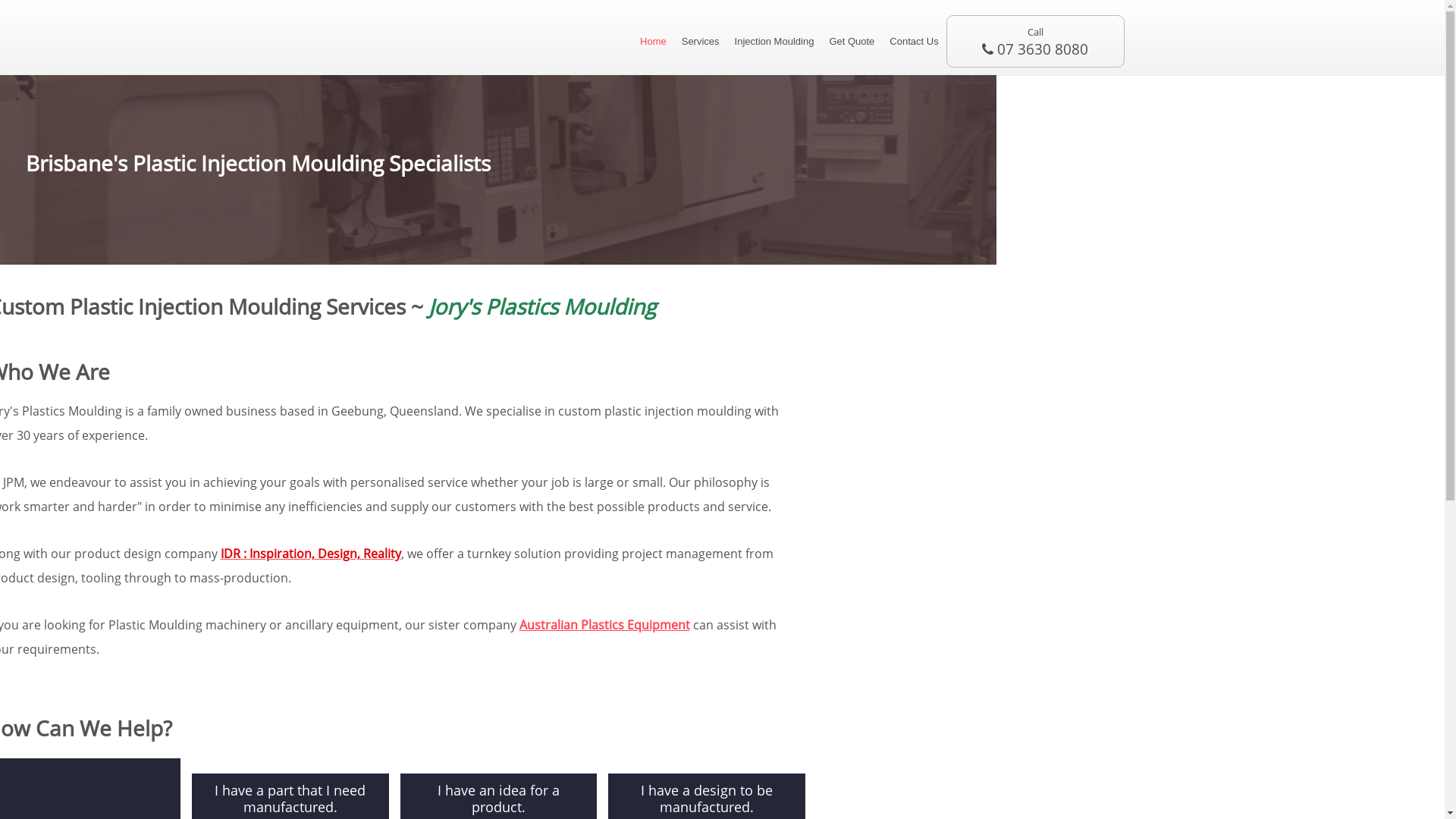  Describe the element at coordinates (218, 553) in the screenshot. I see `'IDR : Inspiration, Design, Reality'` at that location.